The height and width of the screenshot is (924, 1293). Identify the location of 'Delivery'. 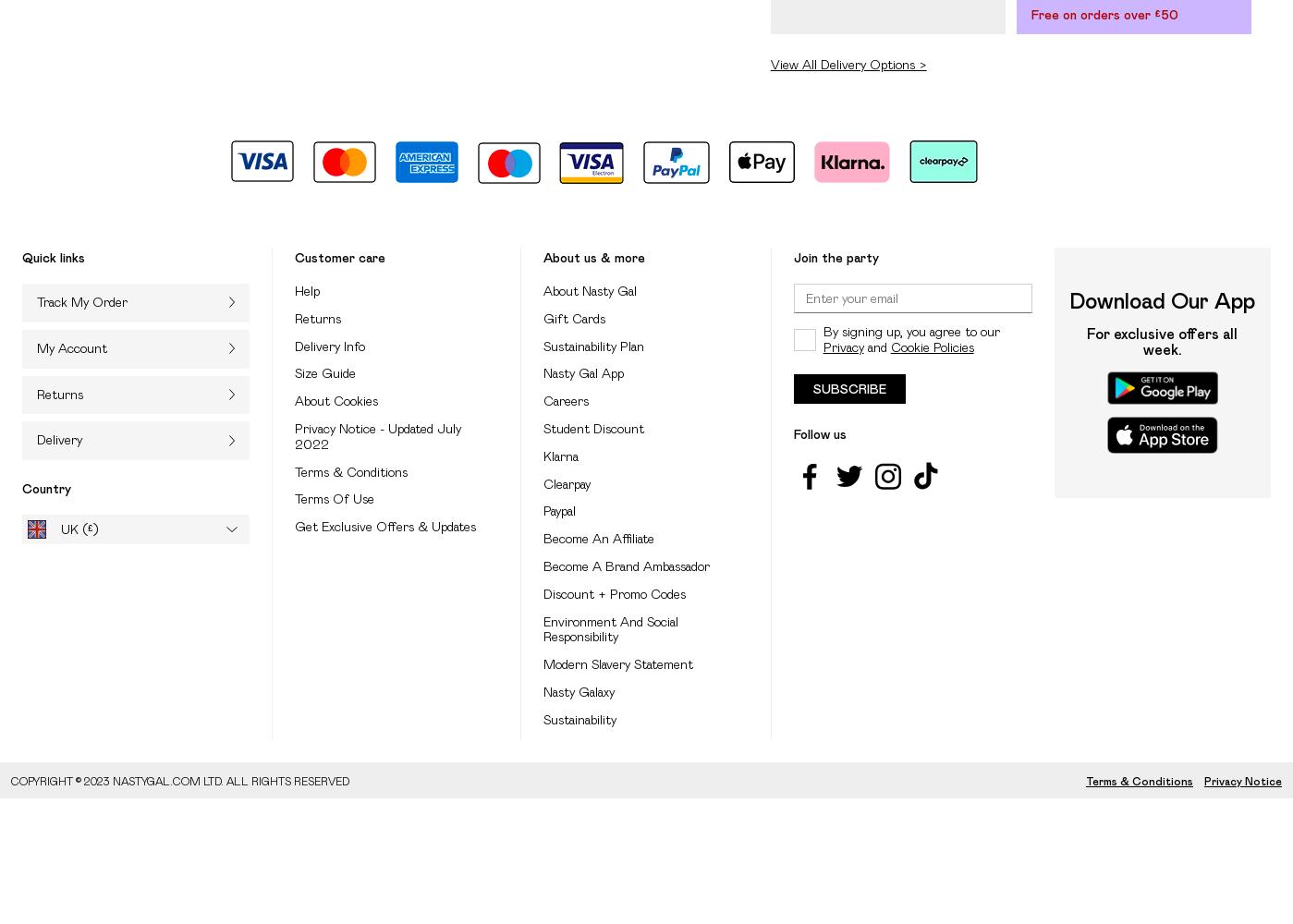
(37, 439).